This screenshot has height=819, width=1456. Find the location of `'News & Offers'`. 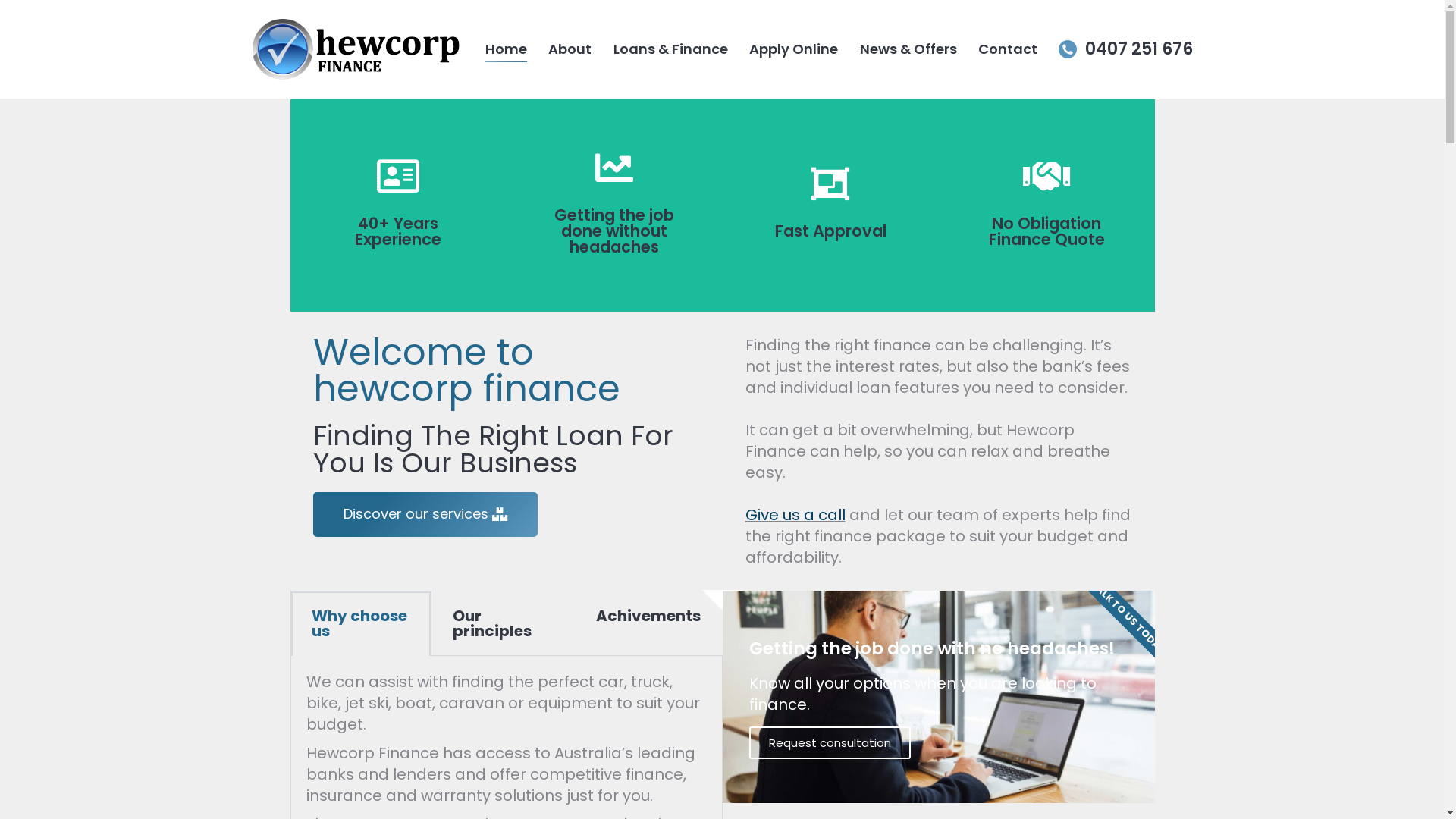

'News & Offers' is located at coordinates (908, 49).